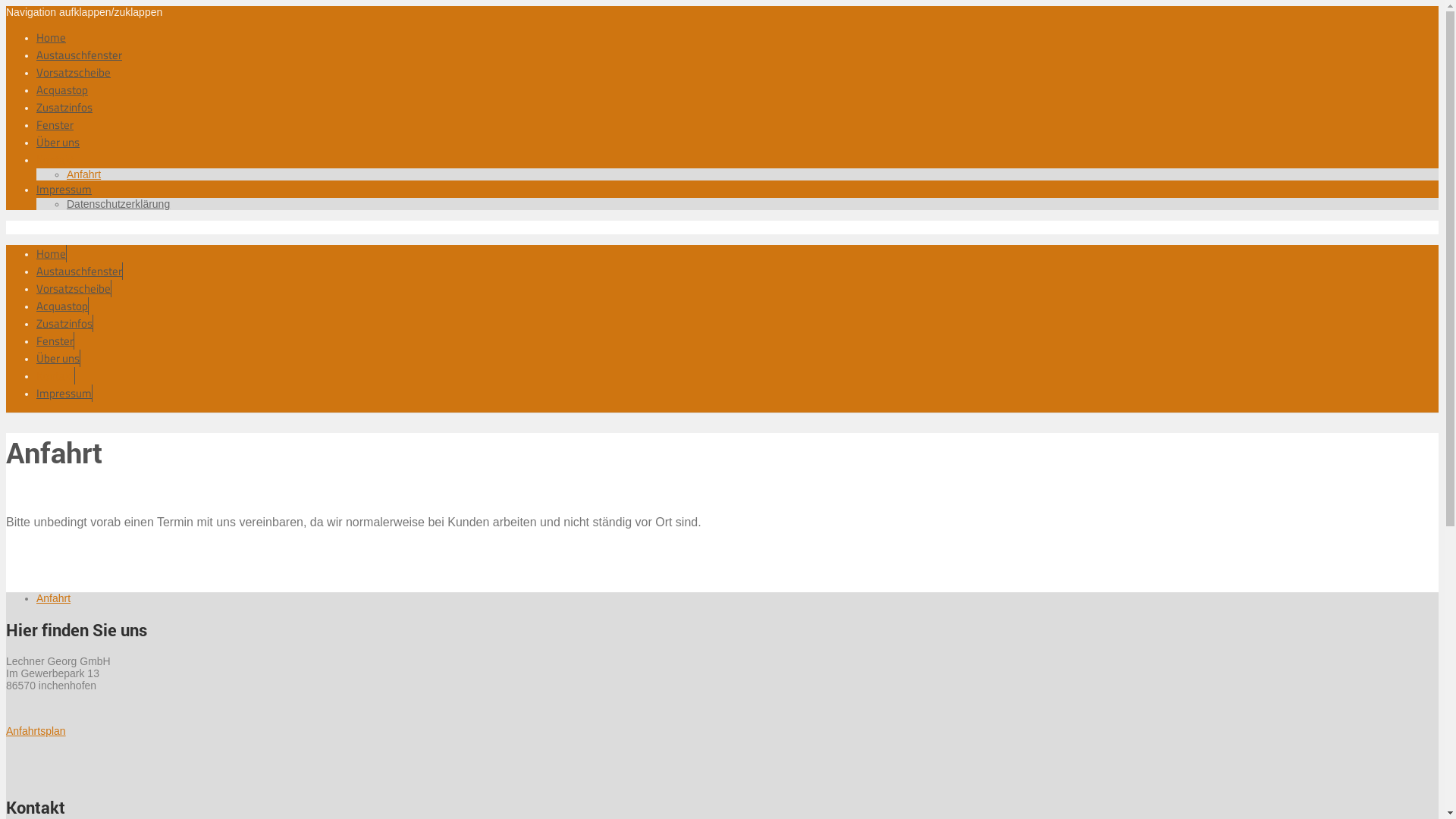  What do you see at coordinates (78, 54) in the screenshot?
I see `'Austauschfenster'` at bounding box center [78, 54].